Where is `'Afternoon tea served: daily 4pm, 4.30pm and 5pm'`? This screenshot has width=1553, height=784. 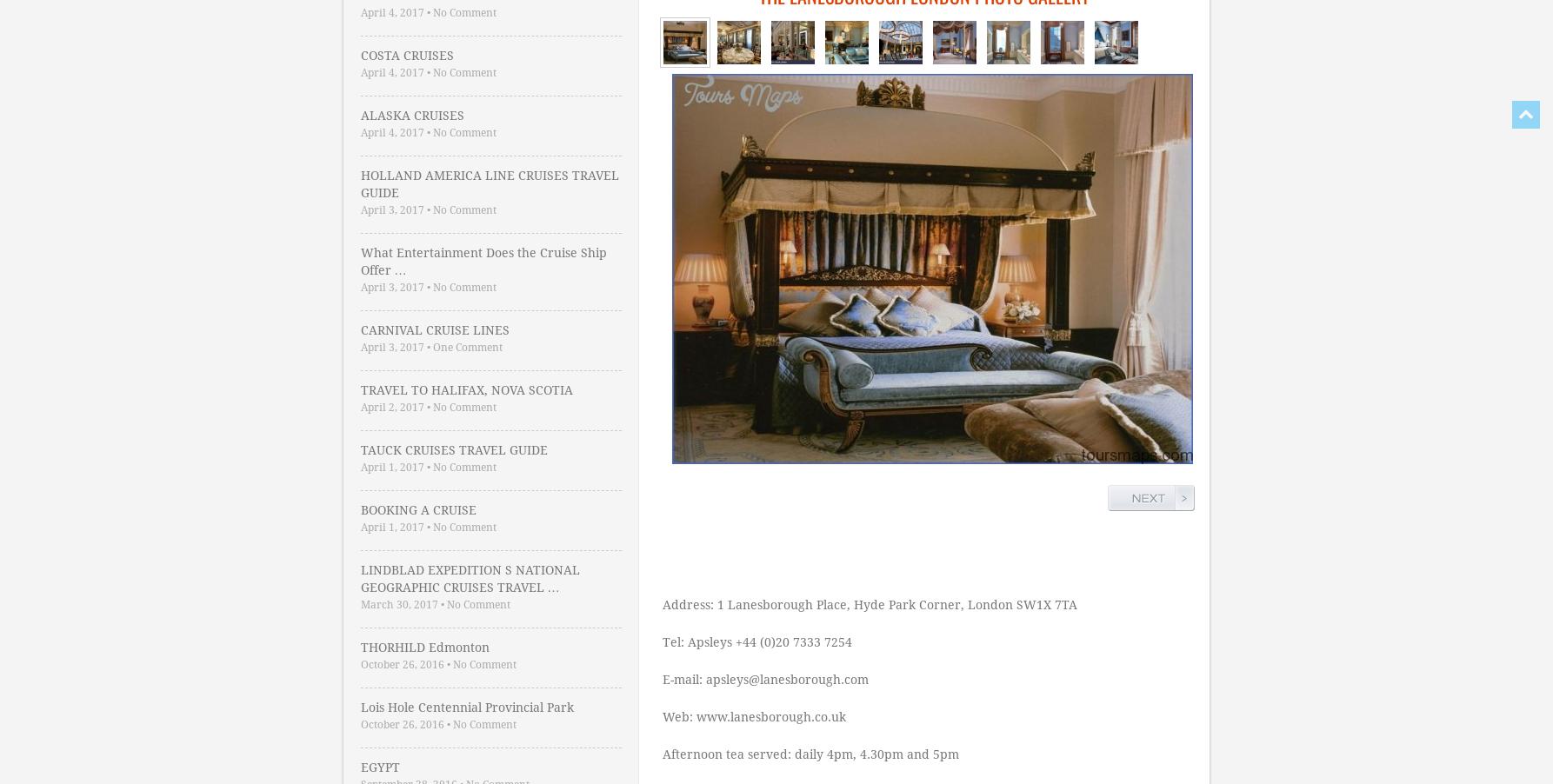 'Afternoon tea served: daily 4pm, 4.30pm and 5pm' is located at coordinates (810, 754).